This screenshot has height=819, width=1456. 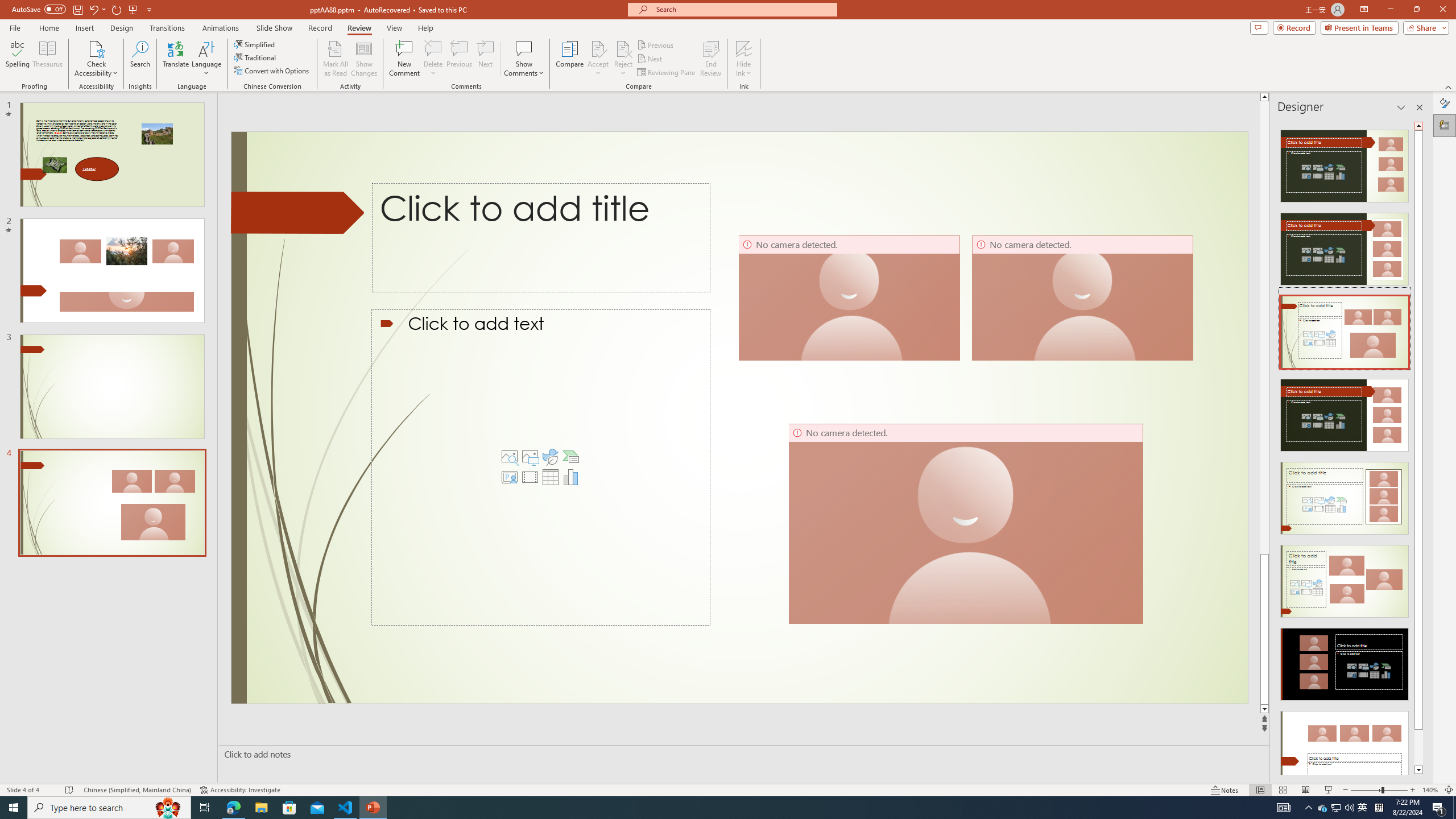 I want to click on 'Zoom 140%', so click(x=1430, y=790).